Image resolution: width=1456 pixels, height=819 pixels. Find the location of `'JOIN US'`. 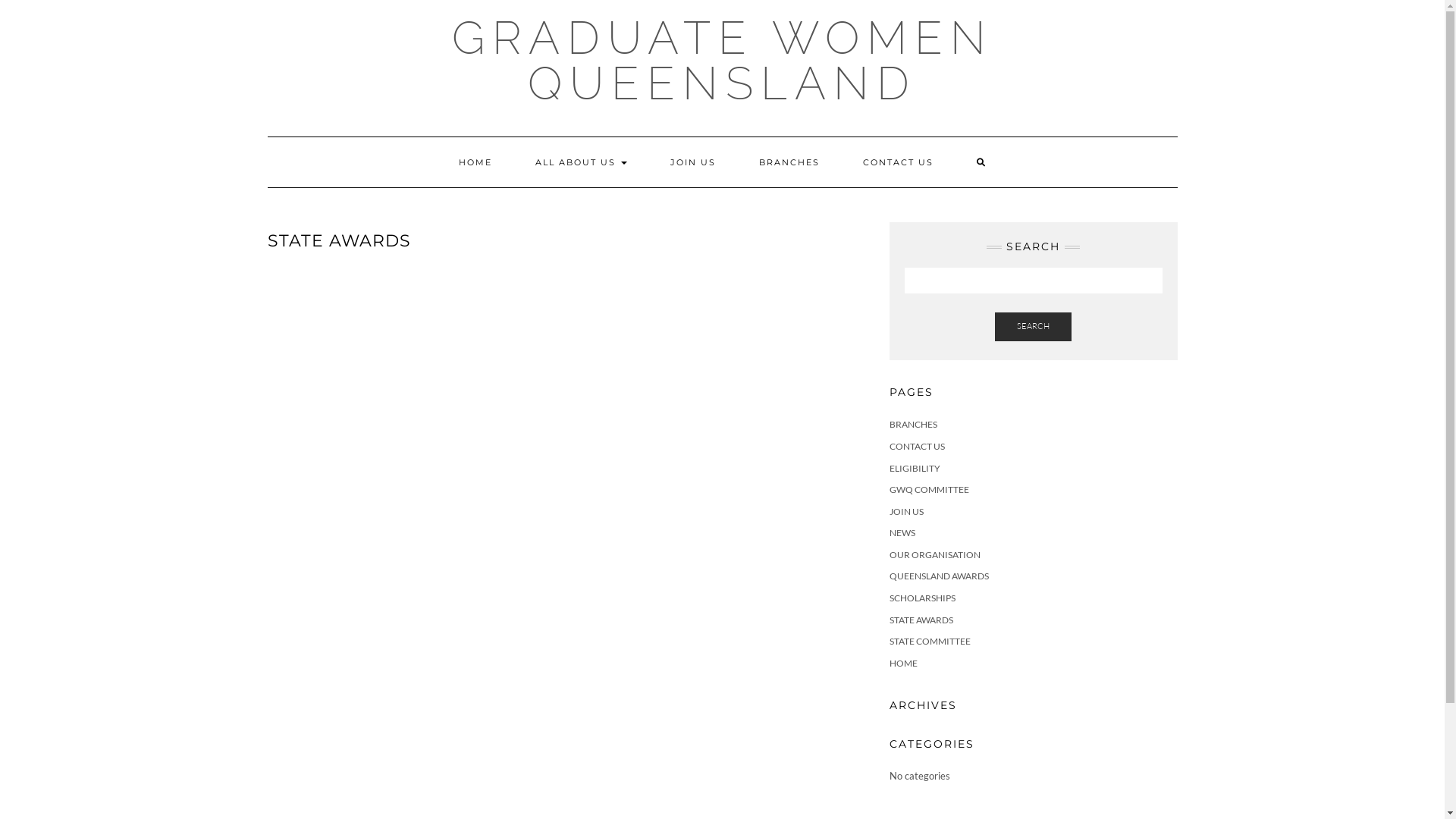

'JOIN US' is located at coordinates (691, 162).